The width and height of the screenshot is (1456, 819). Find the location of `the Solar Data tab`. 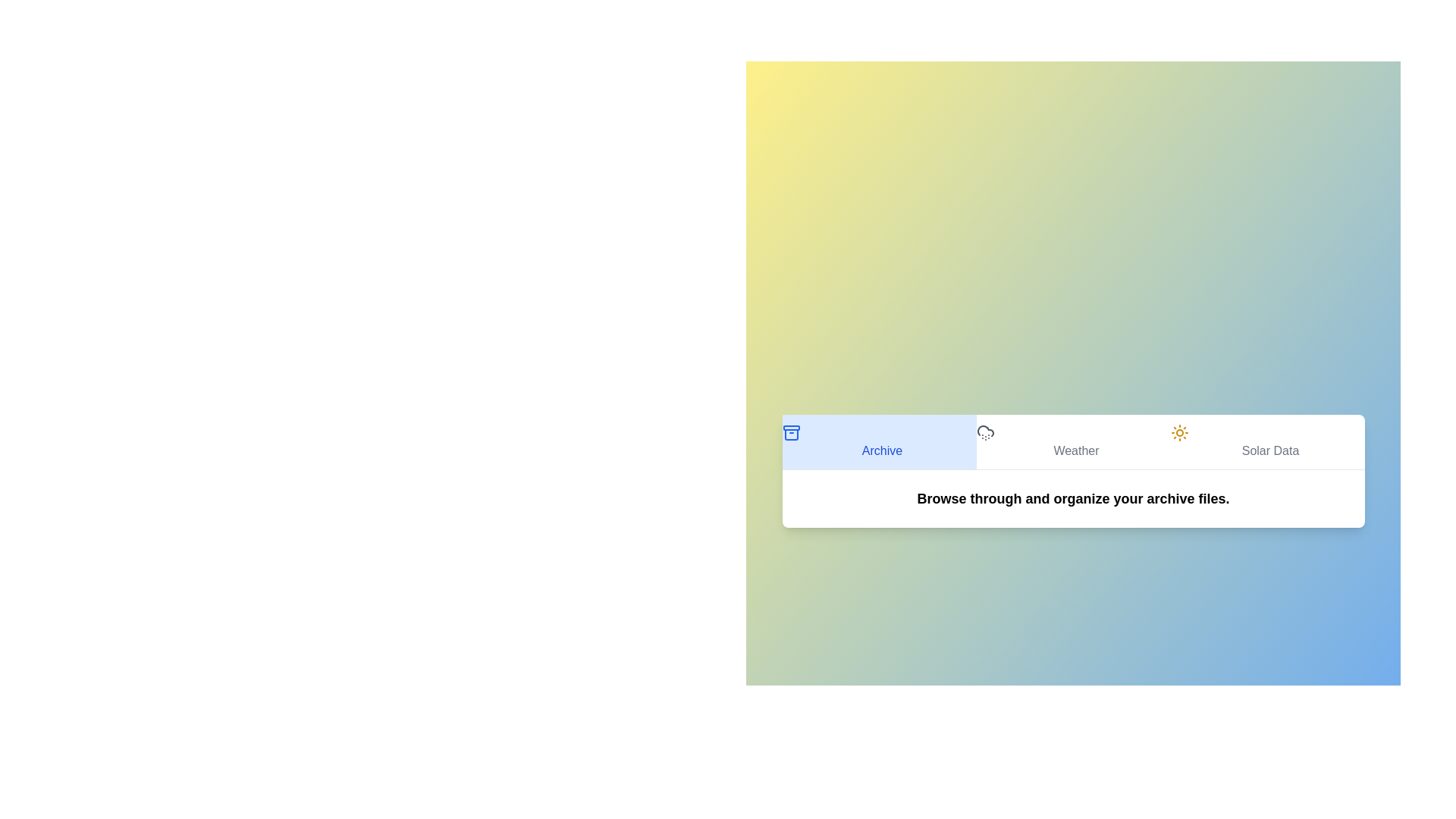

the Solar Data tab is located at coordinates (1267, 441).